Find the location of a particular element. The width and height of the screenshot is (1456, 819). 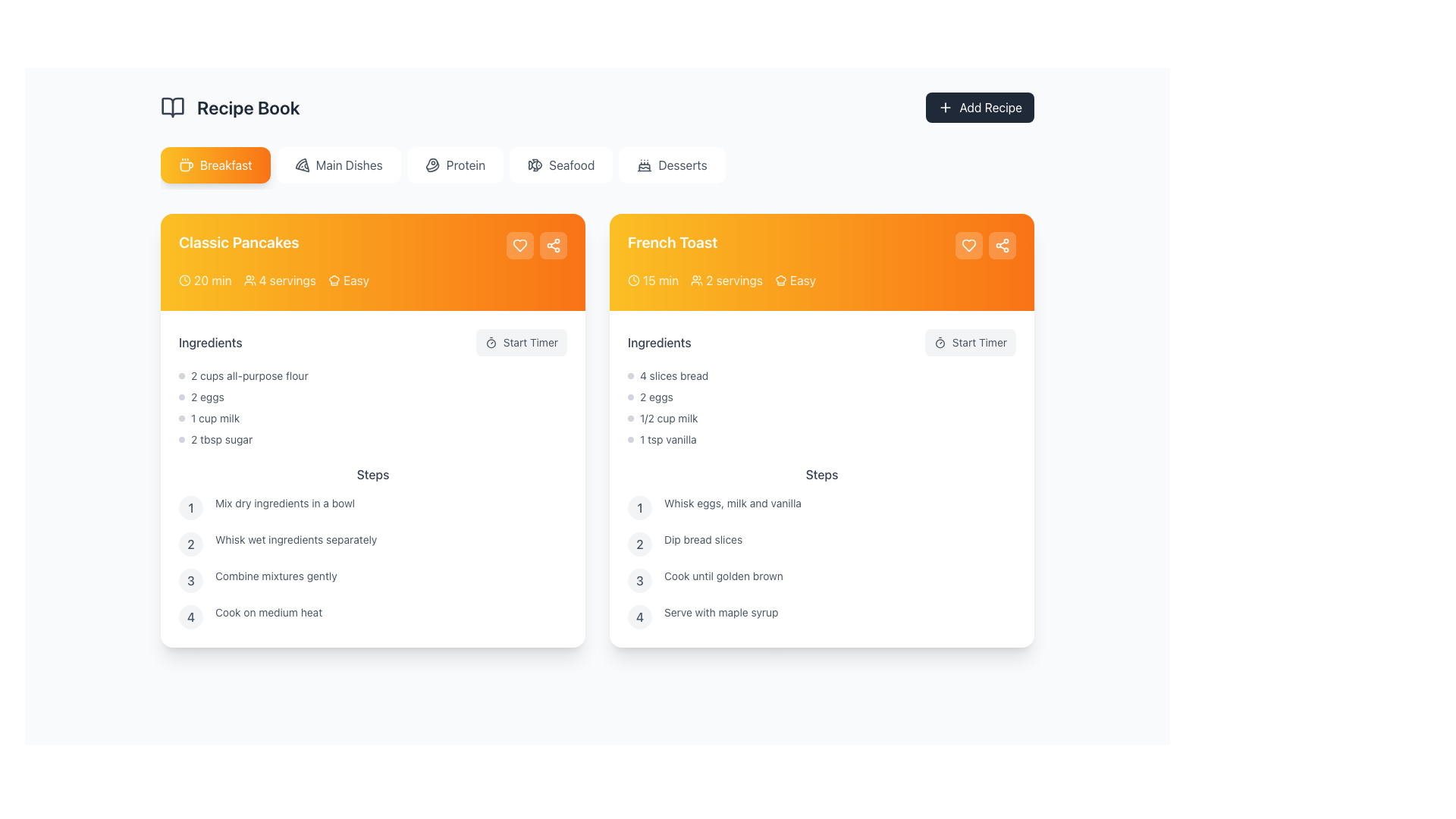

the non-interactive text label that describes the third step in the cooking process for the 'Classic Pancakes' recipe, located in the 'Steps' section of the recipe card is located at coordinates (276, 580).